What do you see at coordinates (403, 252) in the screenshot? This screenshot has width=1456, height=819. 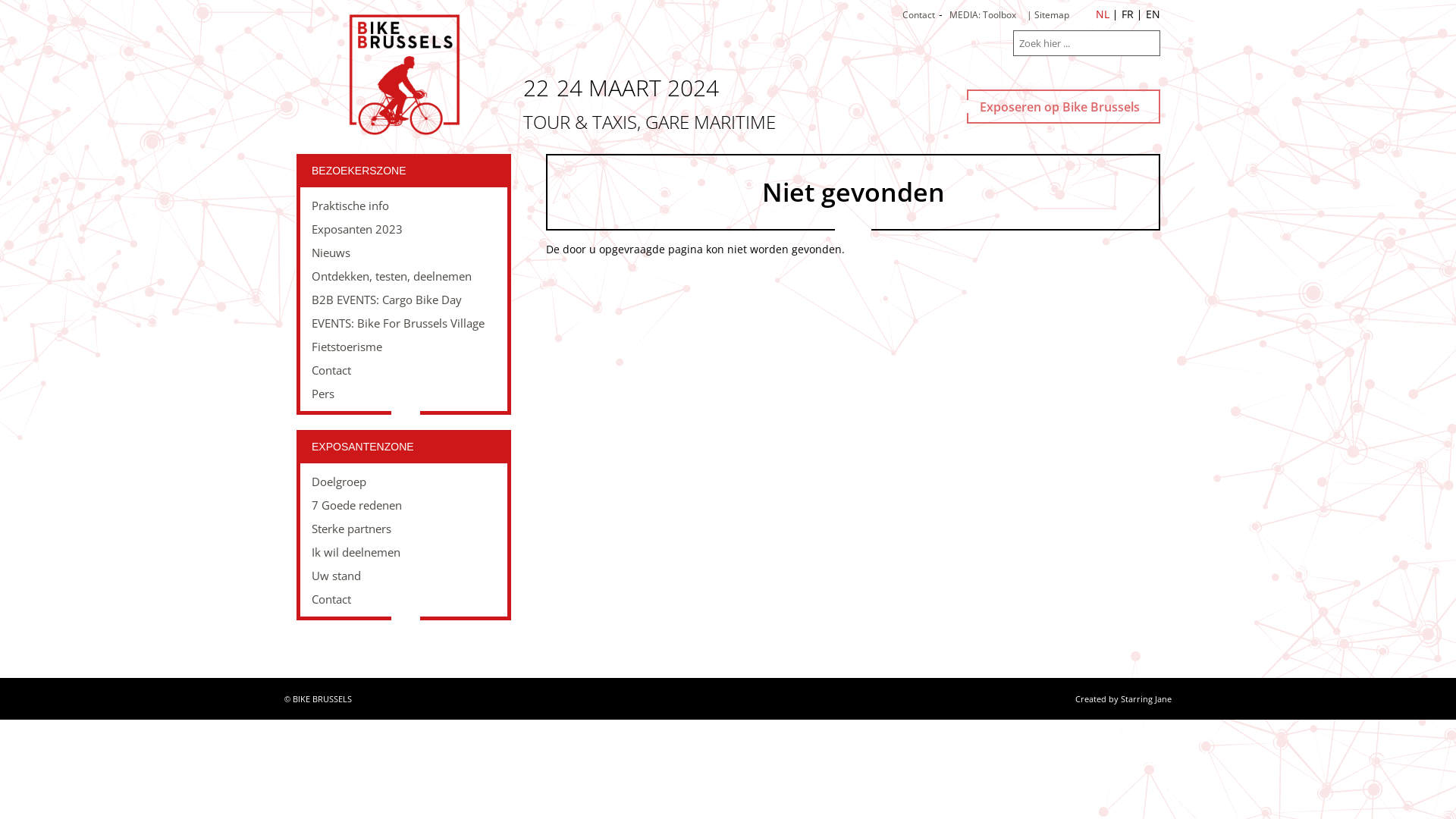 I see `'Nieuws'` at bounding box center [403, 252].